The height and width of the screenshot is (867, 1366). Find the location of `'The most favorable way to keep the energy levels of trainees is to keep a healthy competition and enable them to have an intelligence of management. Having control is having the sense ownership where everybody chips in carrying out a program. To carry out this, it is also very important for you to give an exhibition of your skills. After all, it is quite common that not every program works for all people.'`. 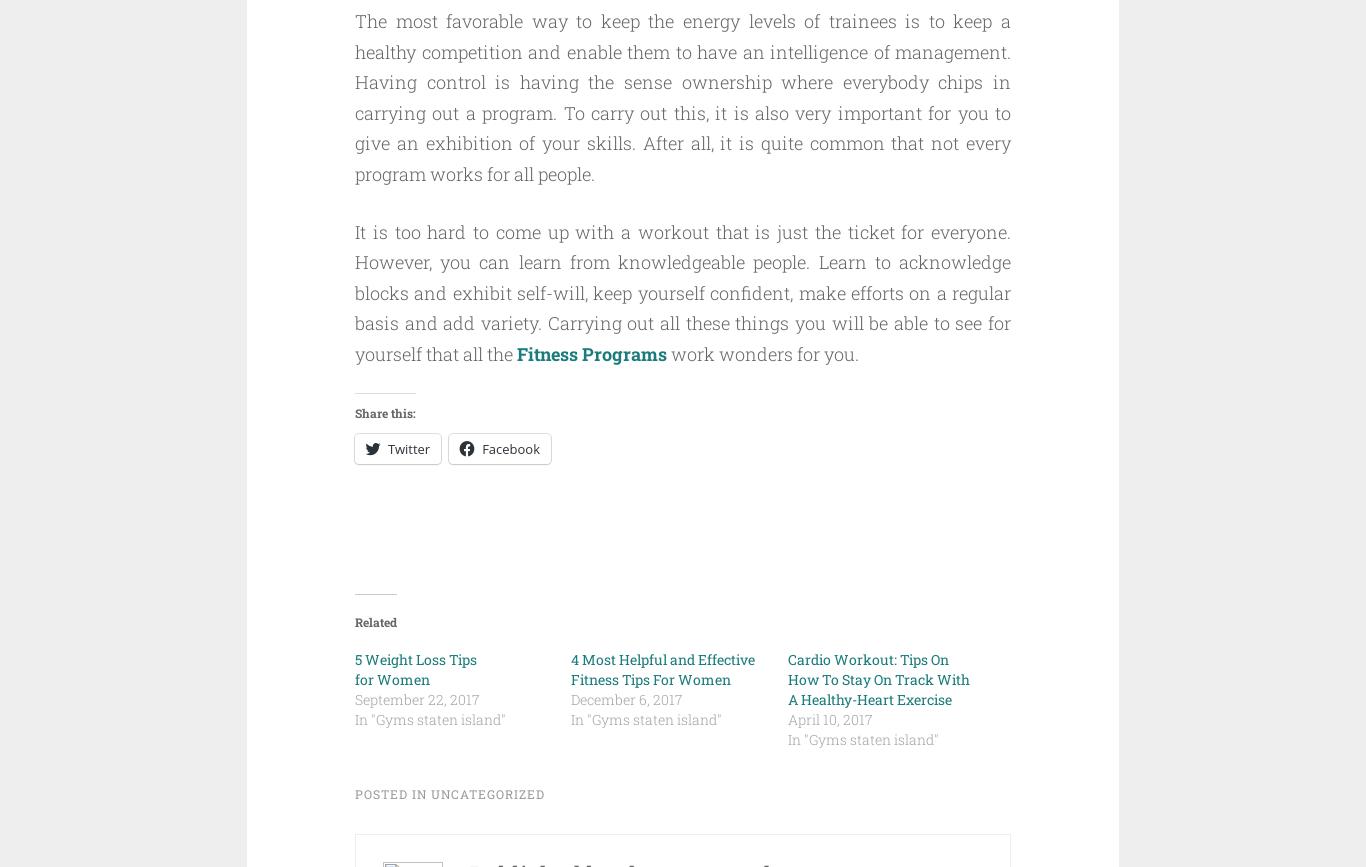

'The most favorable way to keep the energy levels of trainees is to keep a healthy competition and enable them to have an intelligence of management. Having control is having the sense ownership where everybody chips in carrying out a program. To carry out this, it is also very important for you to give an exhibition of your skills. After all, it is quite common that not every program works for all people.' is located at coordinates (683, 97).